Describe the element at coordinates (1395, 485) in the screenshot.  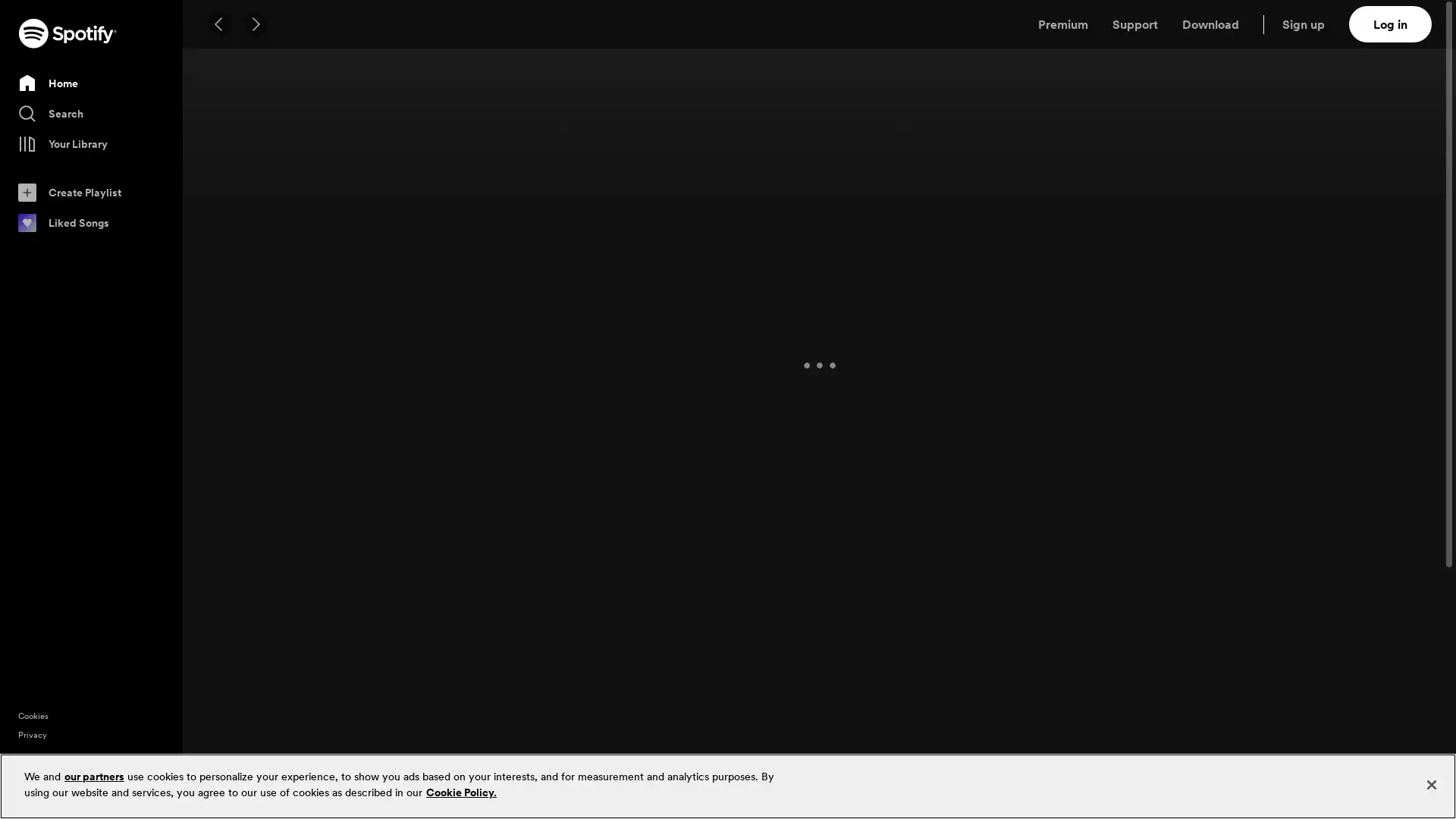
I see `Play Peaceful Guitar` at that location.